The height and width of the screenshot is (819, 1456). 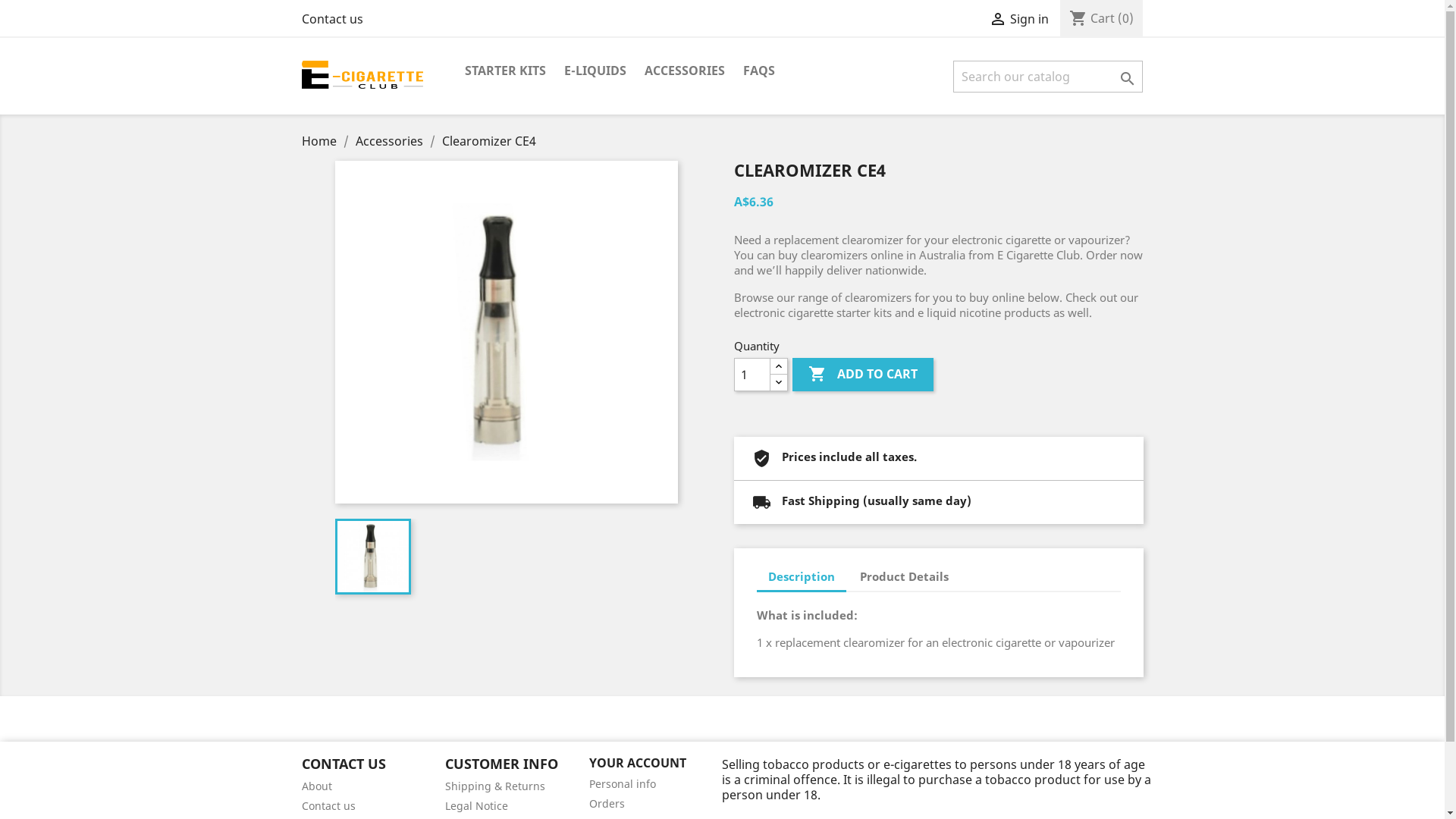 I want to click on 'STARTER KITS', so click(x=455, y=71).